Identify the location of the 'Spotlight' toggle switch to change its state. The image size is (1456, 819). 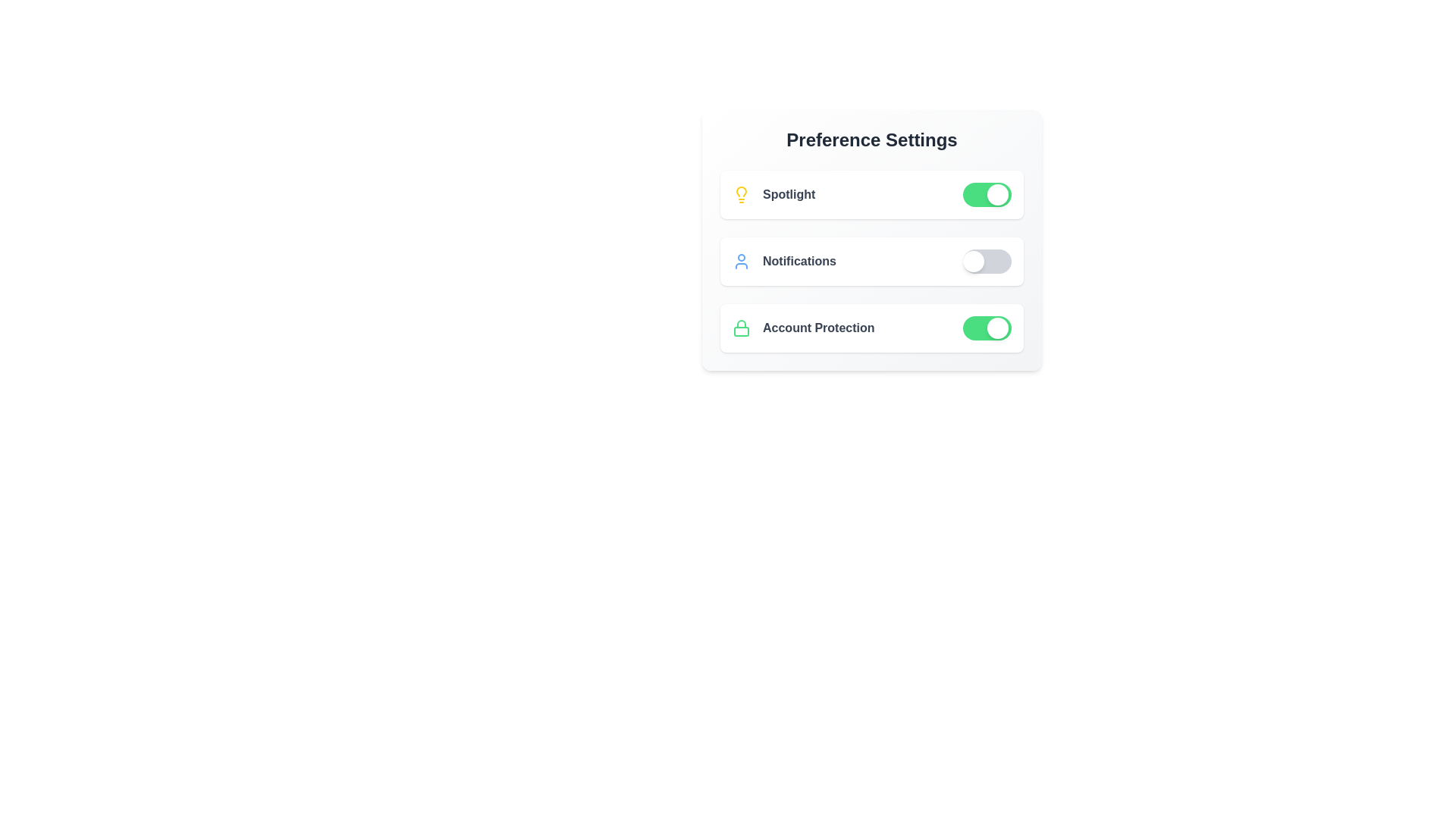
(987, 194).